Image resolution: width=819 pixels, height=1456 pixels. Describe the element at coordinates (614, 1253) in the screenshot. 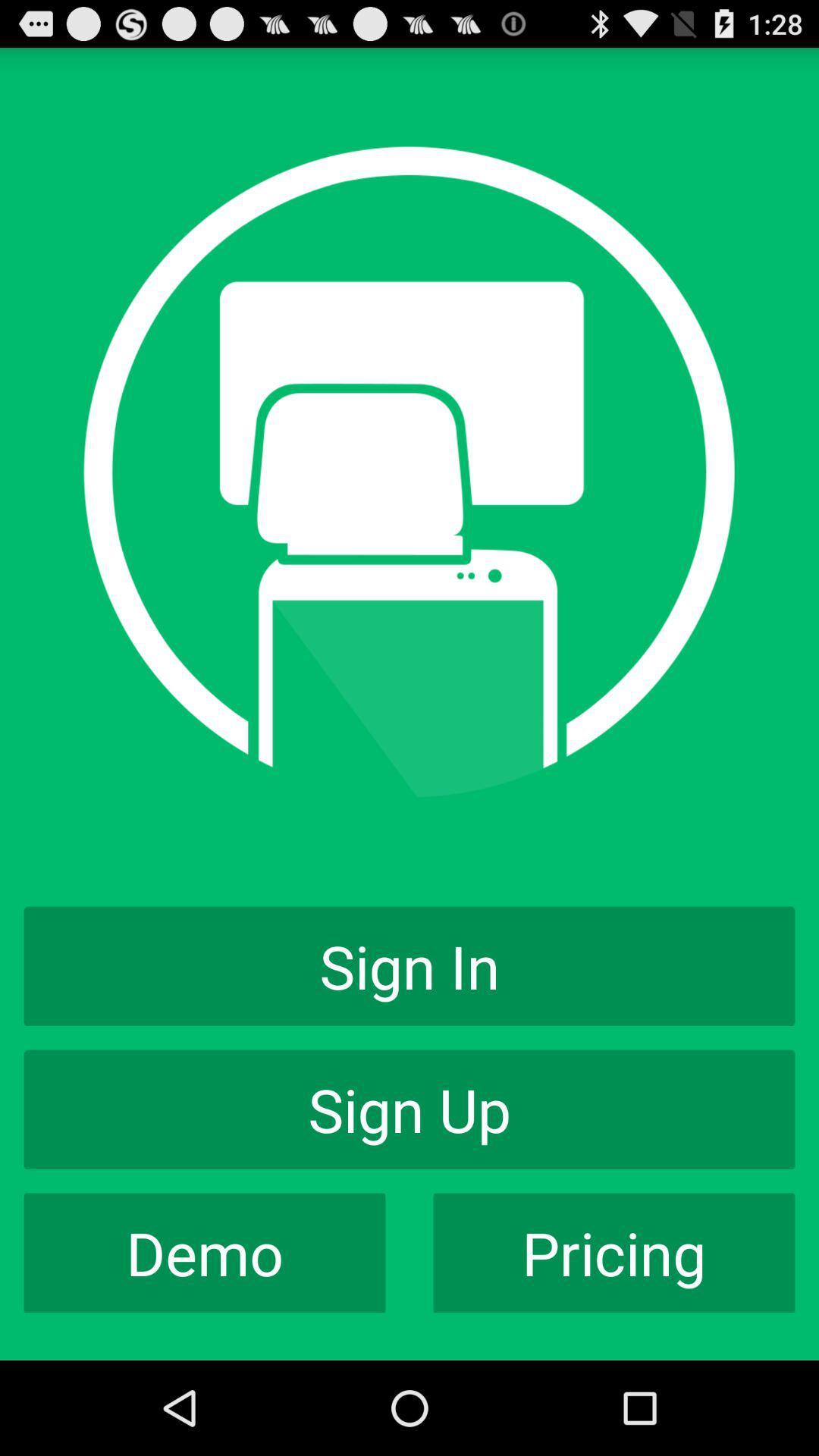

I see `app below sign up app` at that location.